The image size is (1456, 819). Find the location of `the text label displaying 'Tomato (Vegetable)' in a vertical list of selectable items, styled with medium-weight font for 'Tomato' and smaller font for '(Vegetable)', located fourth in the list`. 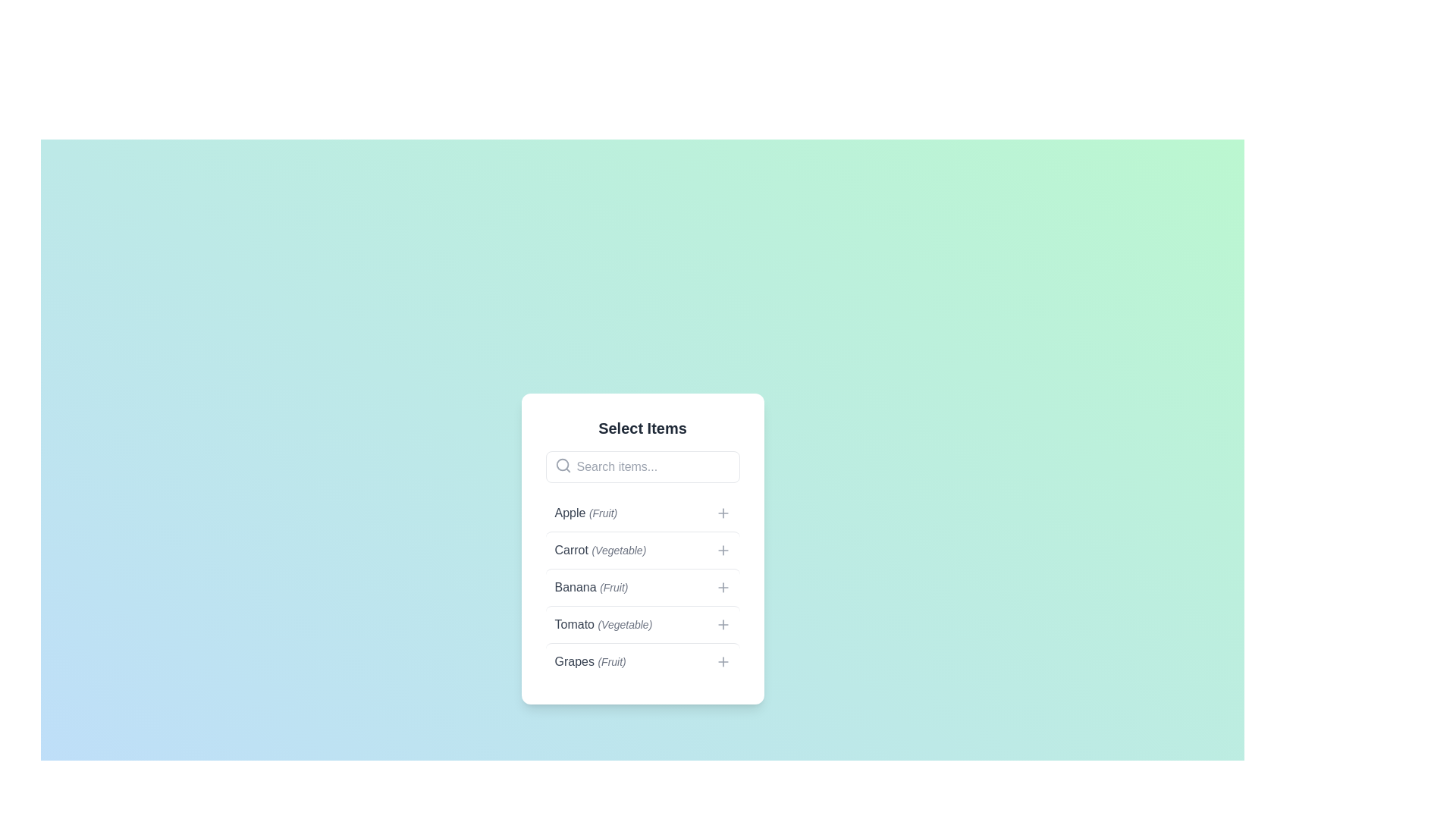

the text label displaying 'Tomato (Vegetable)' in a vertical list of selectable items, styled with medium-weight font for 'Tomato' and smaller font for '(Vegetable)', located fourth in the list is located at coordinates (602, 625).